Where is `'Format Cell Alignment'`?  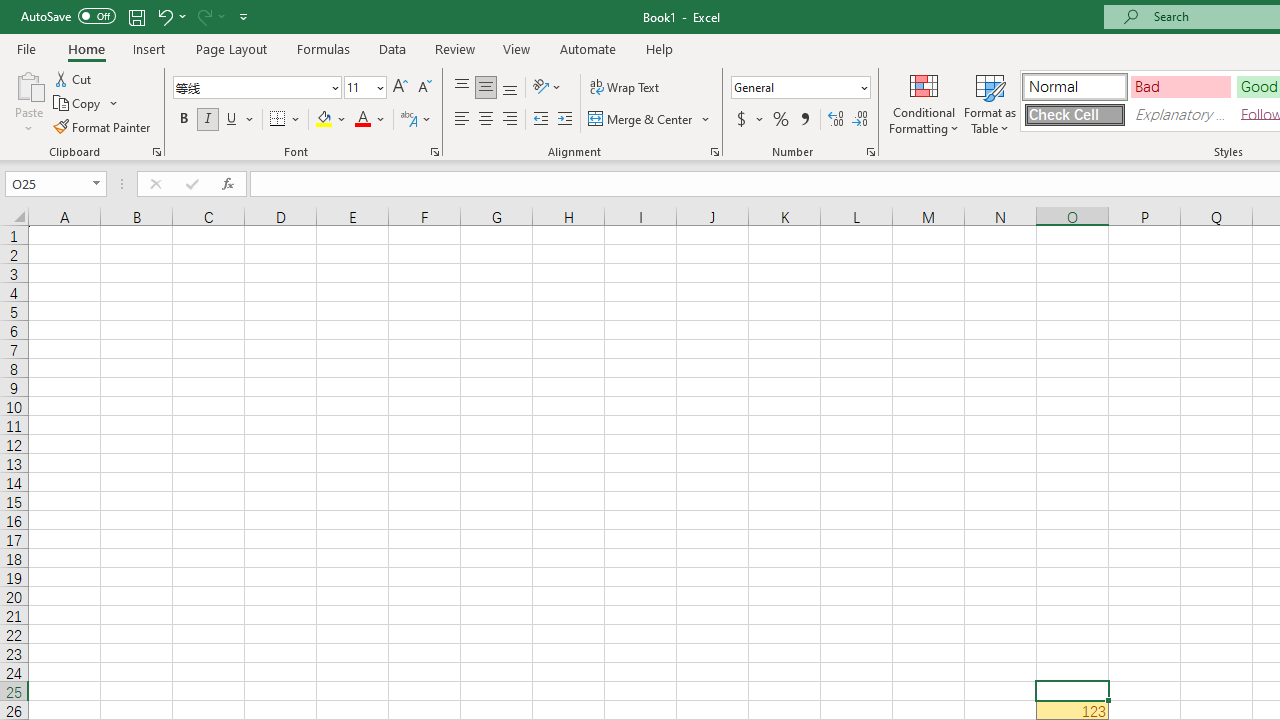
'Format Cell Alignment' is located at coordinates (714, 150).